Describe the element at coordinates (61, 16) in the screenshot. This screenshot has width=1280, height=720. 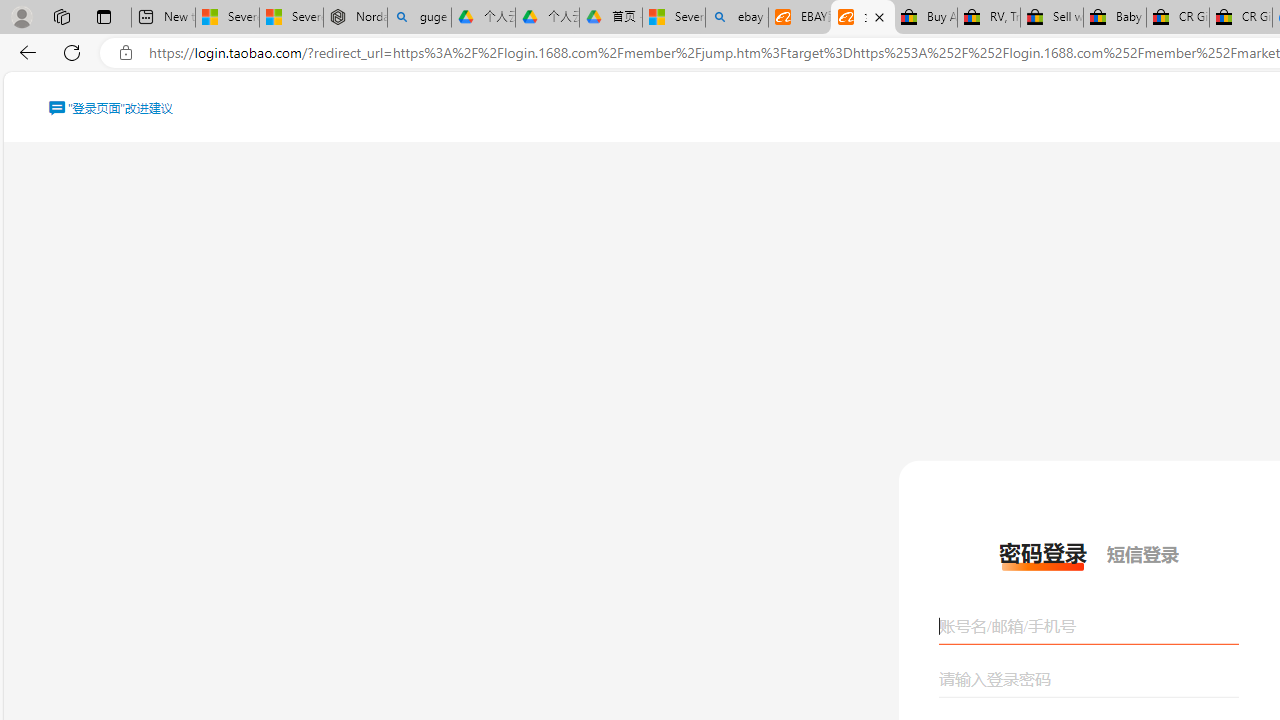
I see `'Workspaces'` at that location.